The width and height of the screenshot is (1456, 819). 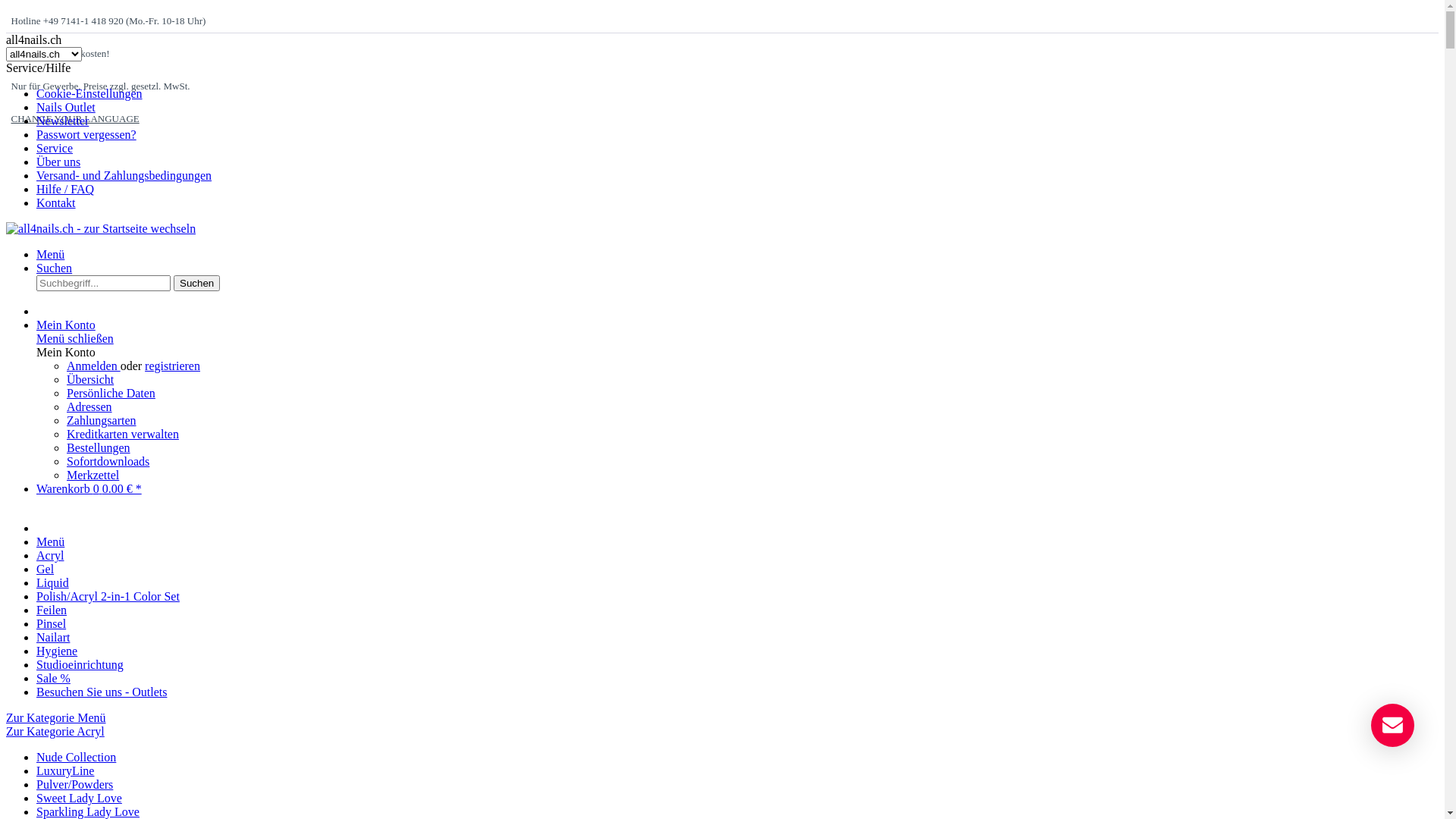 What do you see at coordinates (57, 650) in the screenshot?
I see `'Hygiene'` at bounding box center [57, 650].